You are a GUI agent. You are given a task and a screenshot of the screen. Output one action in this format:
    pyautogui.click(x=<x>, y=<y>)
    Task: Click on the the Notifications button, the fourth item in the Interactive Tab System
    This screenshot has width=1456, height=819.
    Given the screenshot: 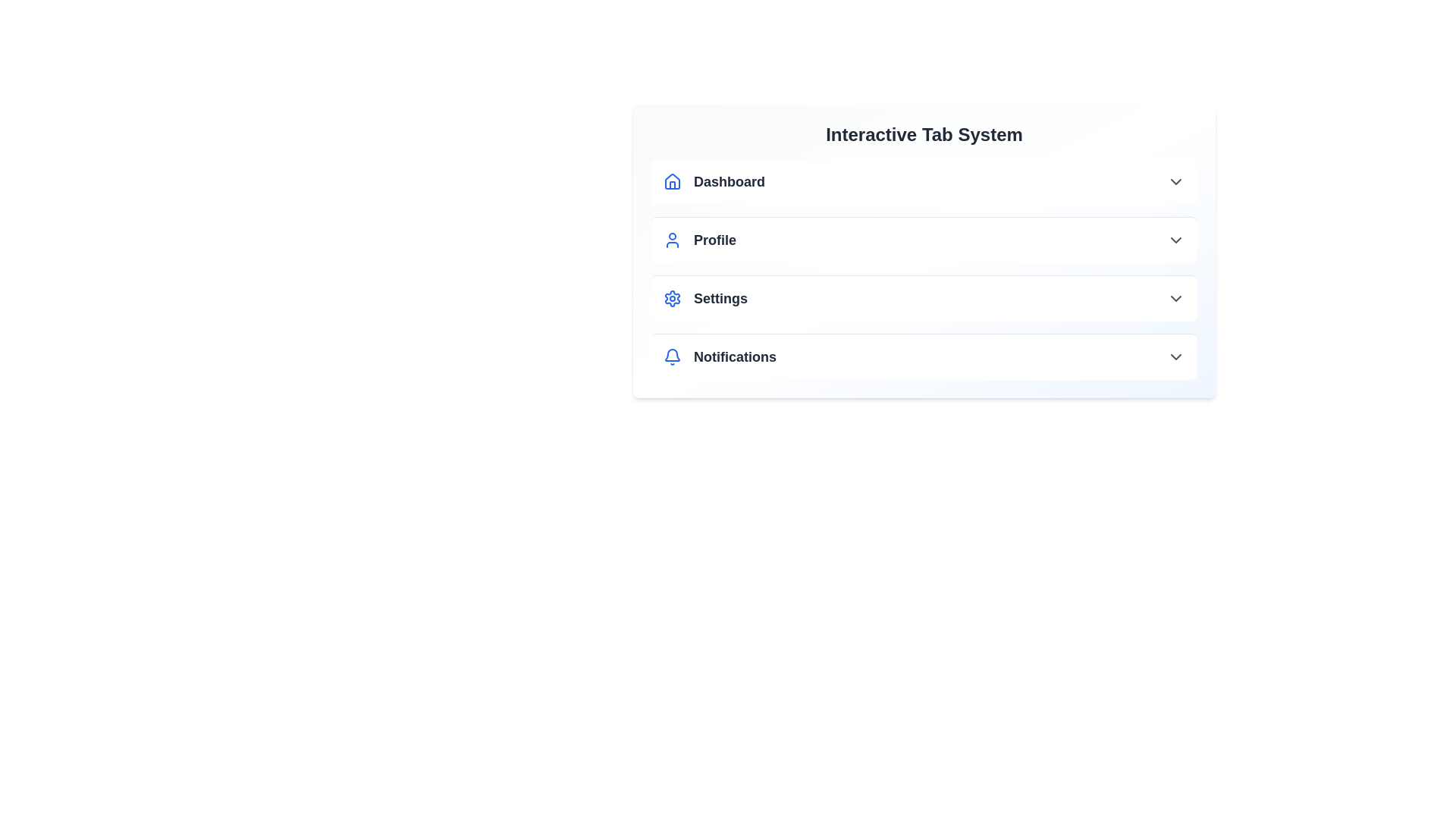 What is the action you would take?
    pyautogui.click(x=924, y=356)
    